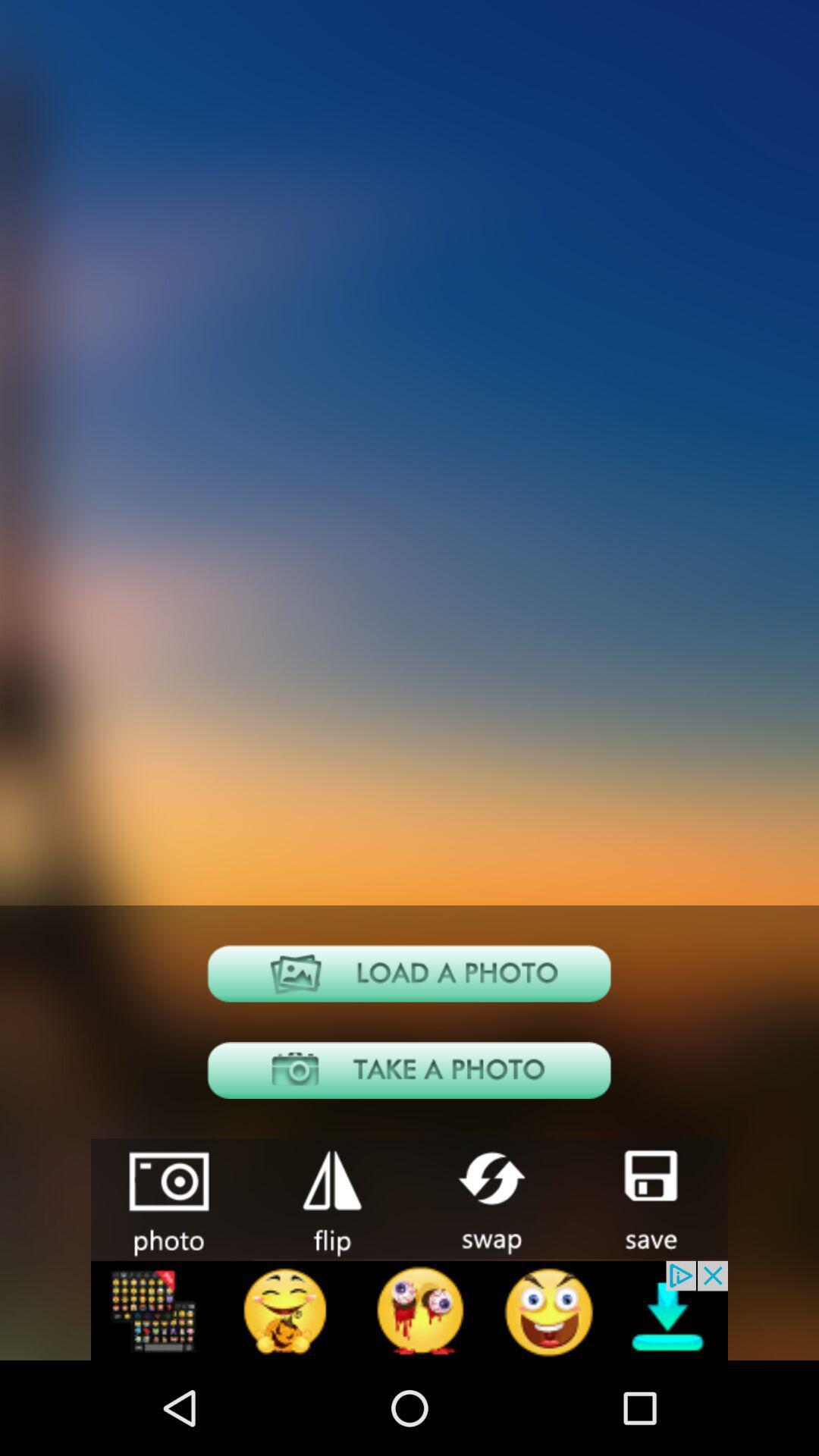 The width and height of the screenshot is (819, 1456). I want to click on the save icon, so click(648, 1282).